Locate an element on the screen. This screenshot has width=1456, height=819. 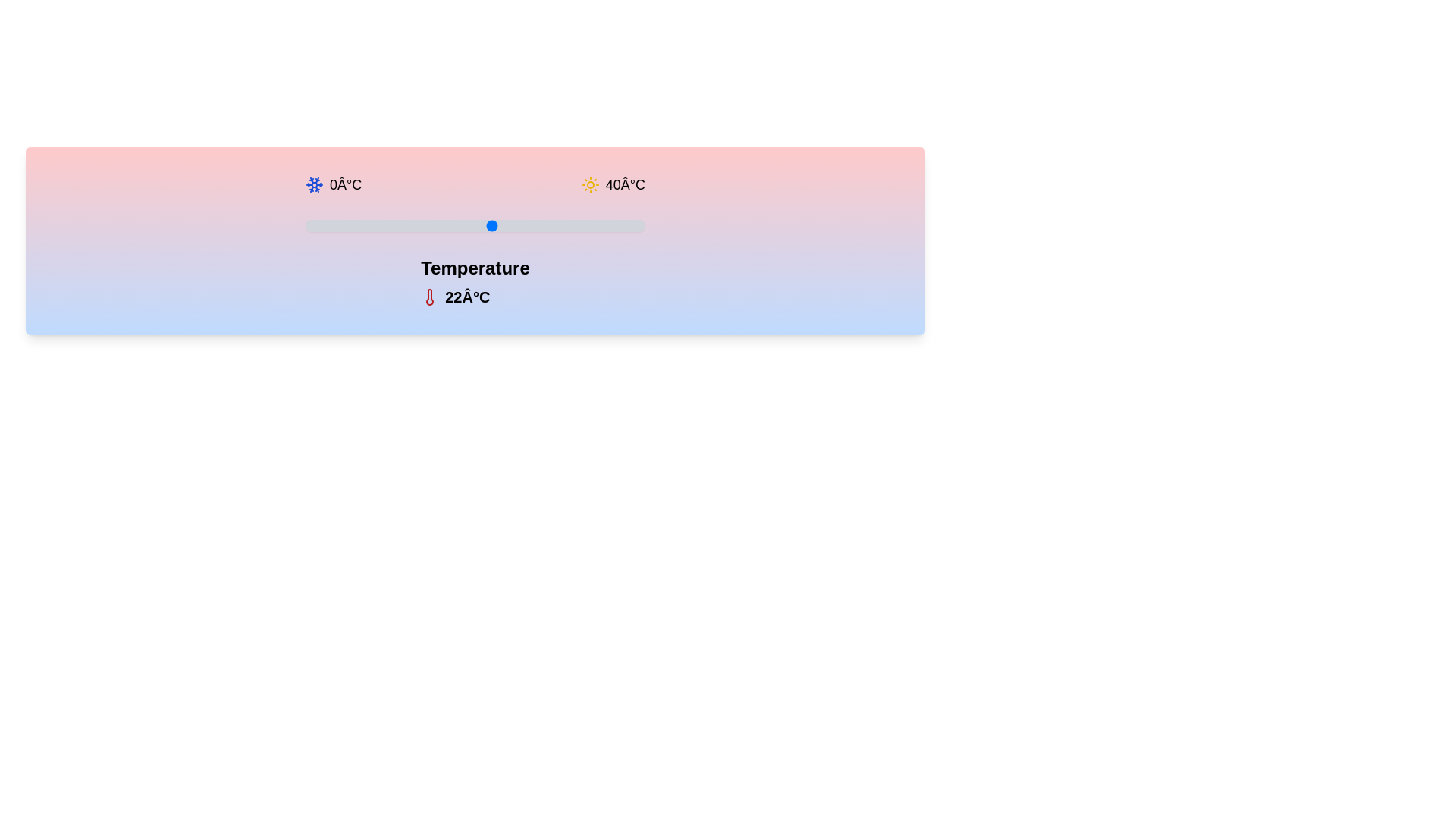
the slider to set the temperature to 10°C is located at coordinates (390, 225).